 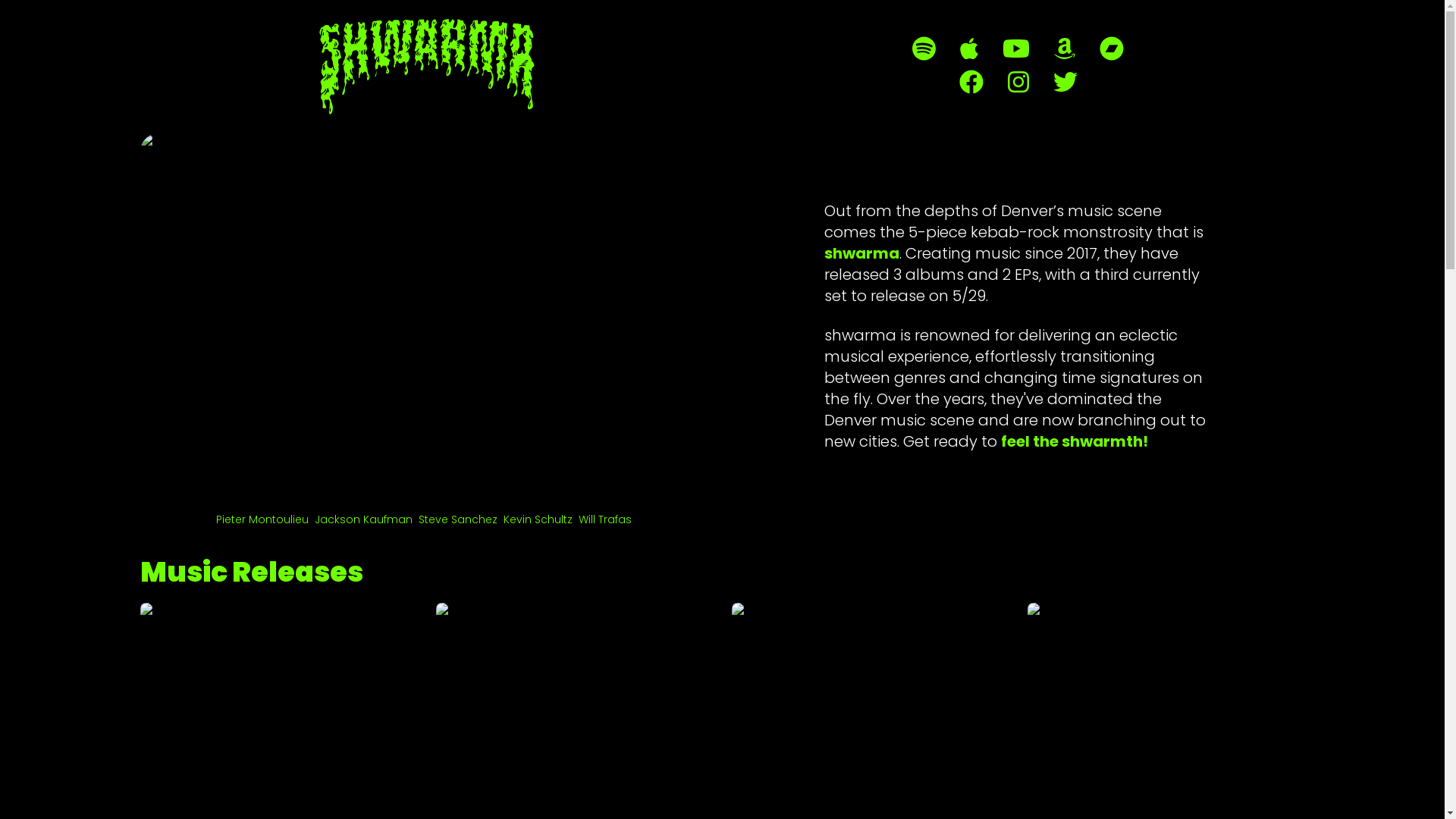 I want to click on 'Twitter', so click(x=1063, y=82).